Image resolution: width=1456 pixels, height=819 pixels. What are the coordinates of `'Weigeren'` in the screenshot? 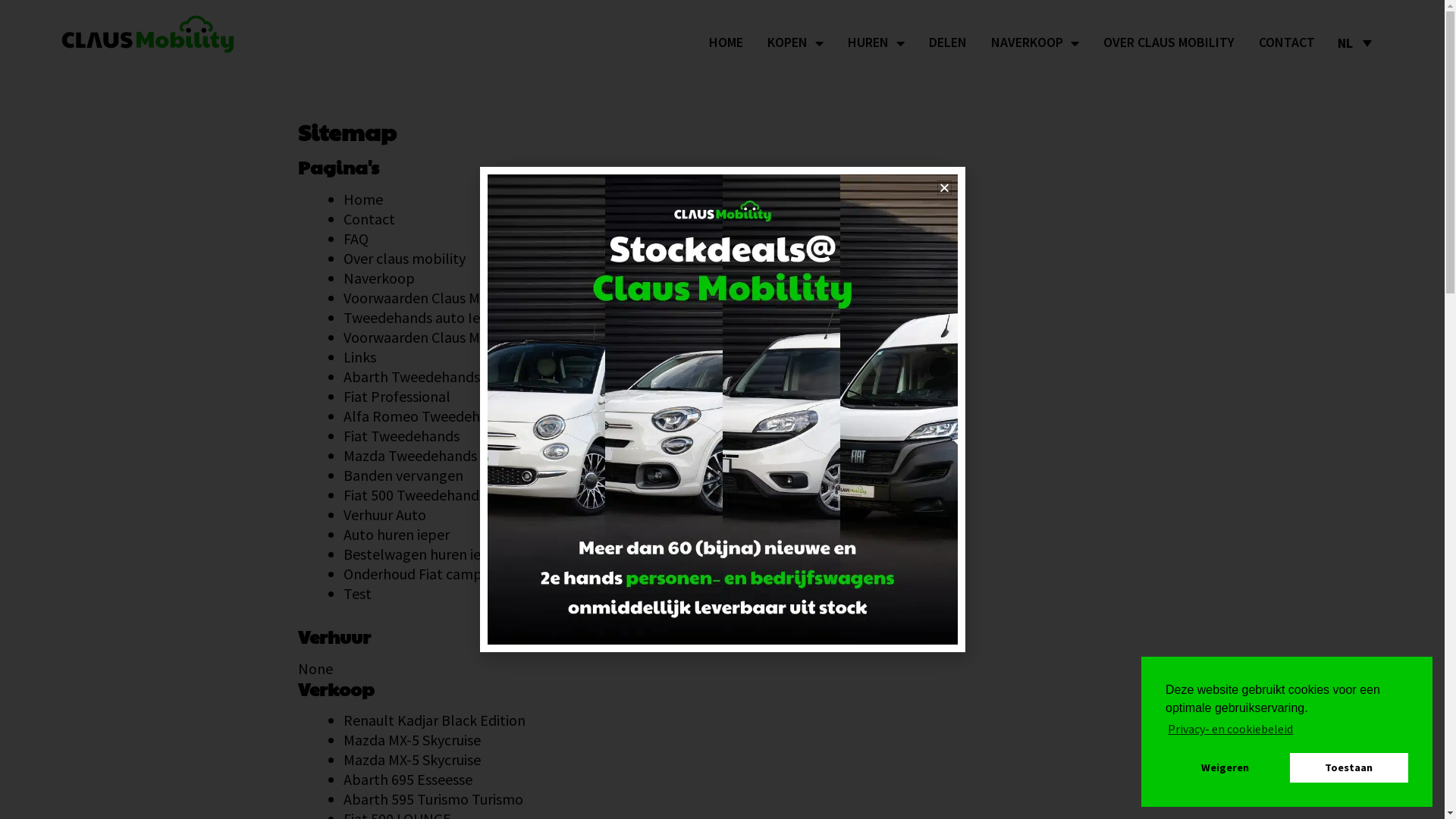 It's located at (1164, 767).